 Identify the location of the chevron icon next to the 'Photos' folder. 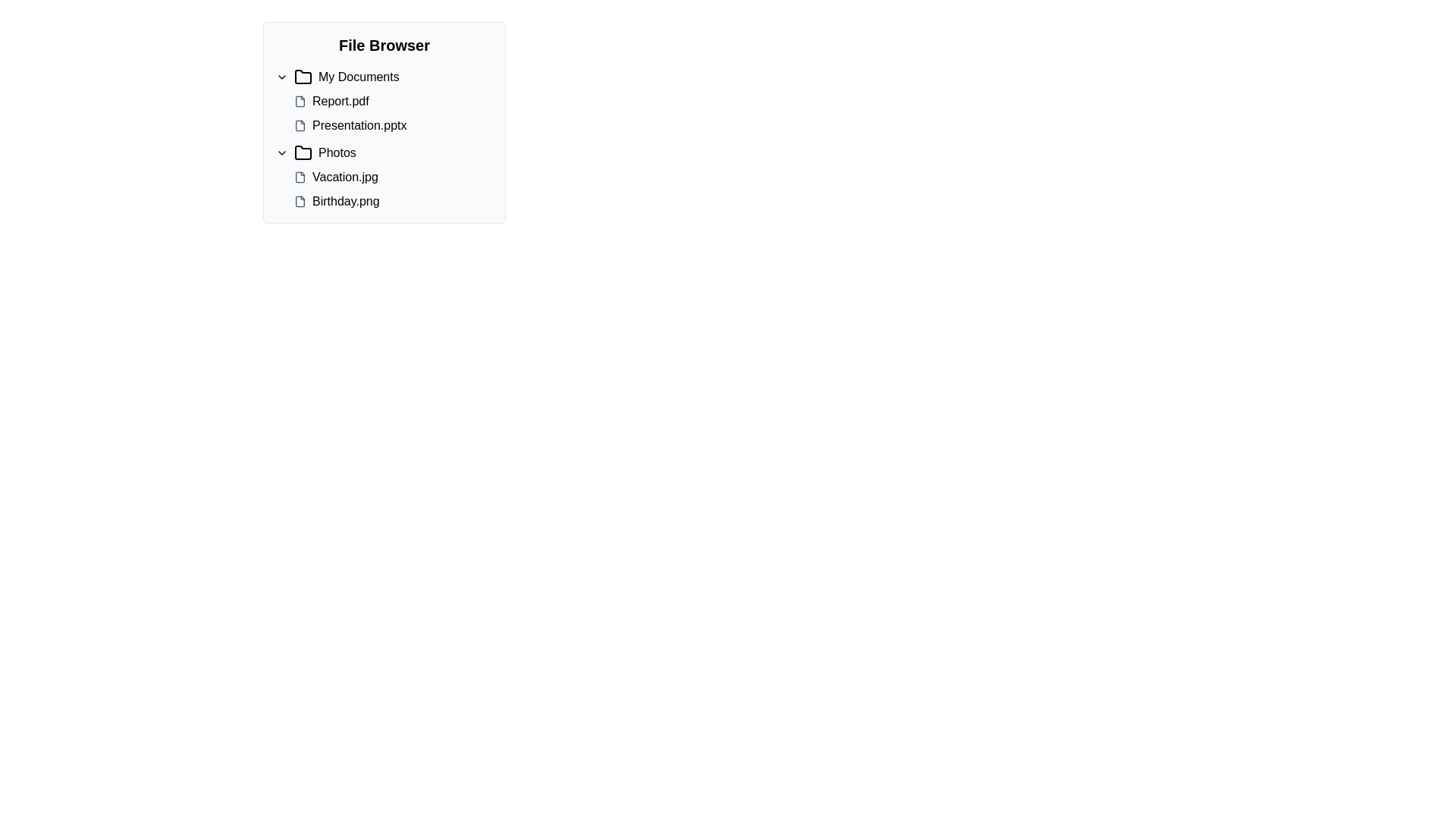
(282, 152).